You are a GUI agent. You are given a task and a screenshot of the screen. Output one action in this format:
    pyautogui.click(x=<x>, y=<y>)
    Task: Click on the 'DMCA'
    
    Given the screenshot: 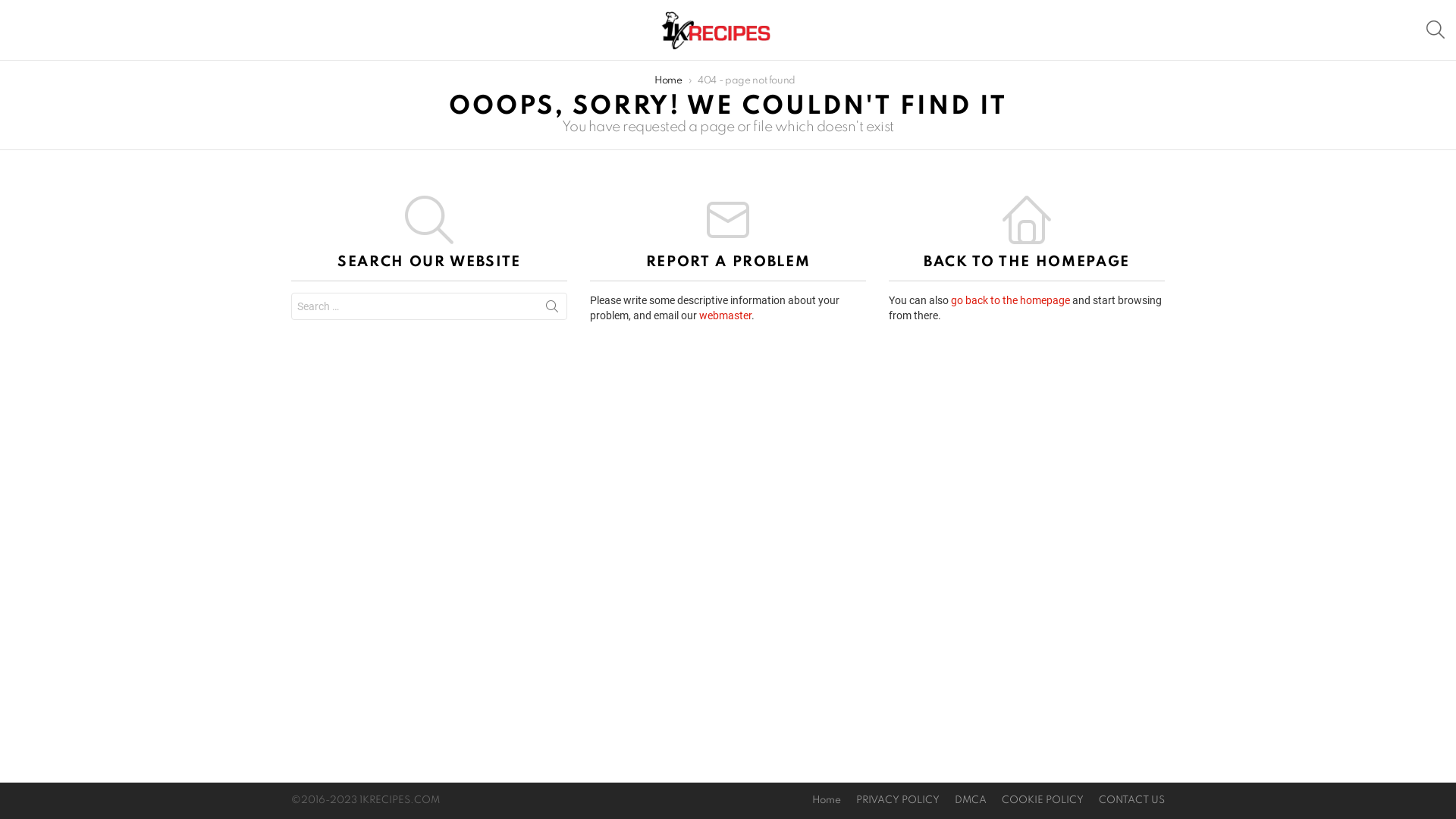 What is the action you would take?
    pyautogui.click(x=971, y=799)
    